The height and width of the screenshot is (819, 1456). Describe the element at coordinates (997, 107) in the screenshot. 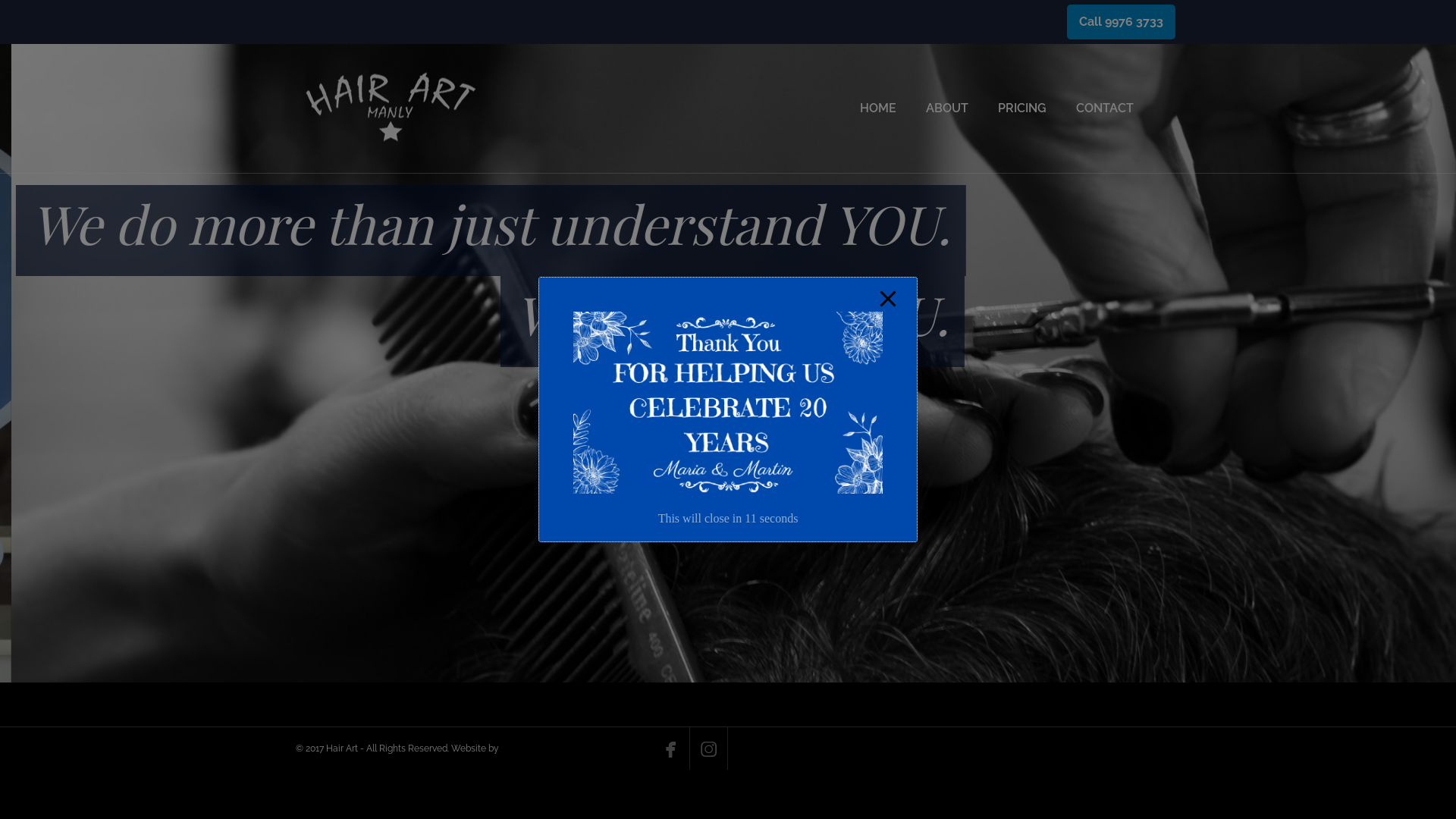

I see `'PRICING'` at that location.